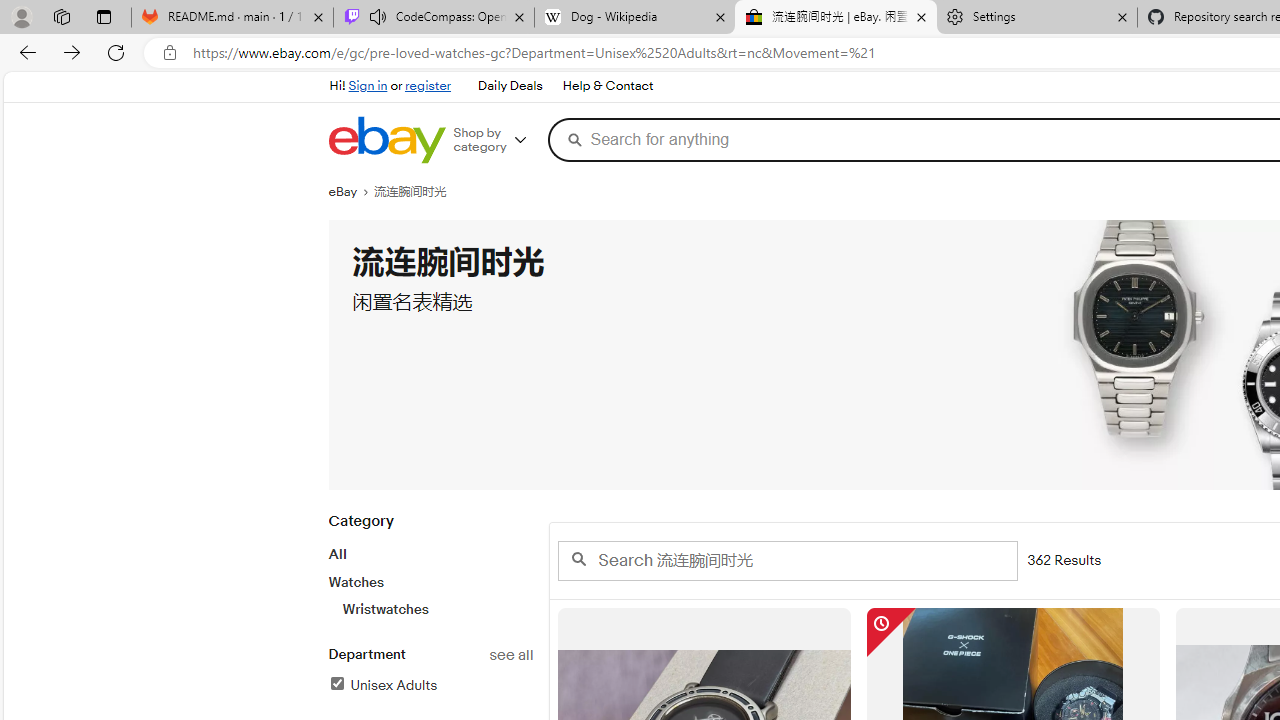  I want to click on 'CategoryAllWatchesWristwatches', so click(429, 576).